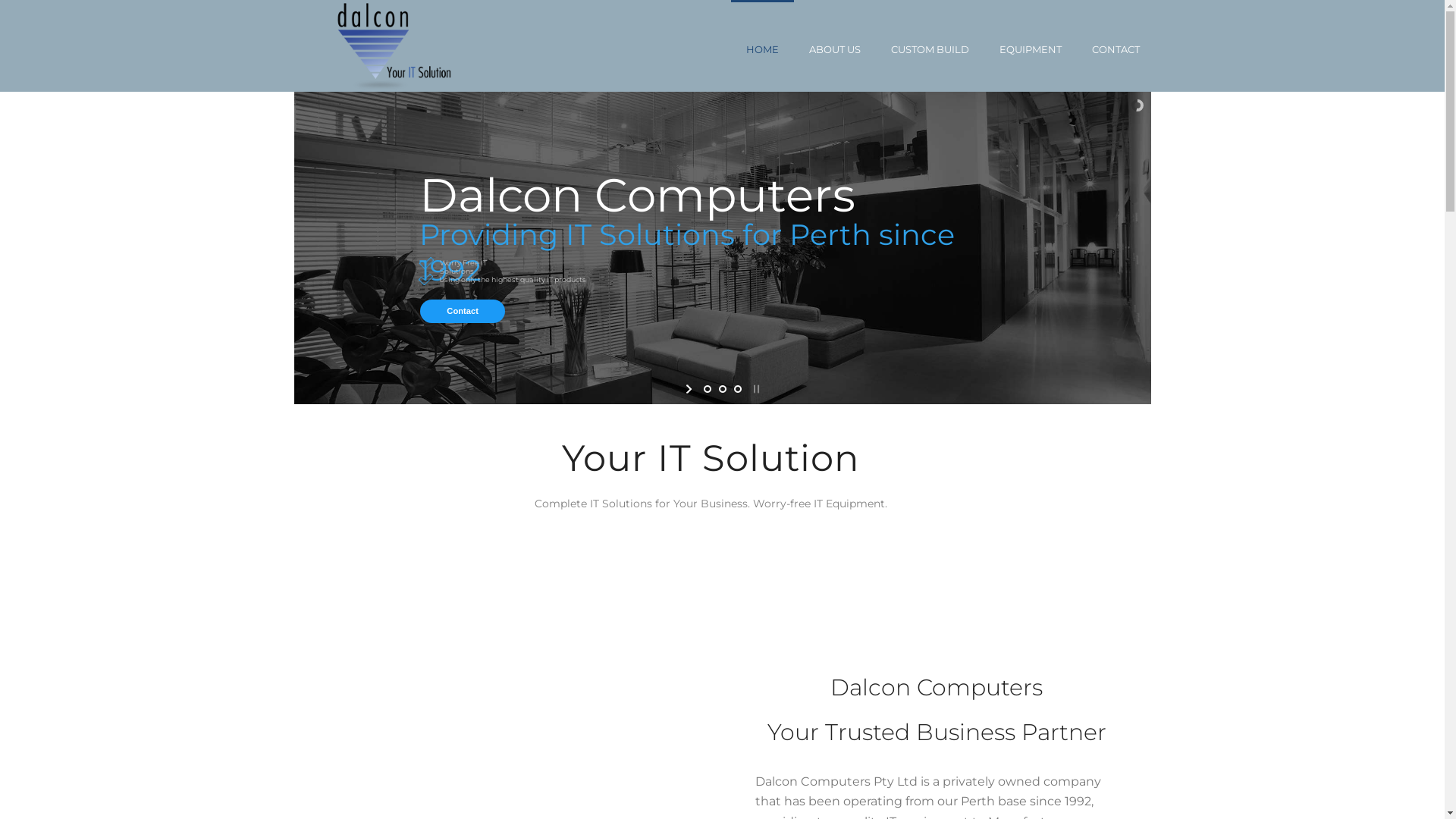 Image resolution: width=1456 pixels, height=819 pixels. Describe the element at coordinates (396, 45) in the screenshot. I see `'Dalcon Computers'` at that location.